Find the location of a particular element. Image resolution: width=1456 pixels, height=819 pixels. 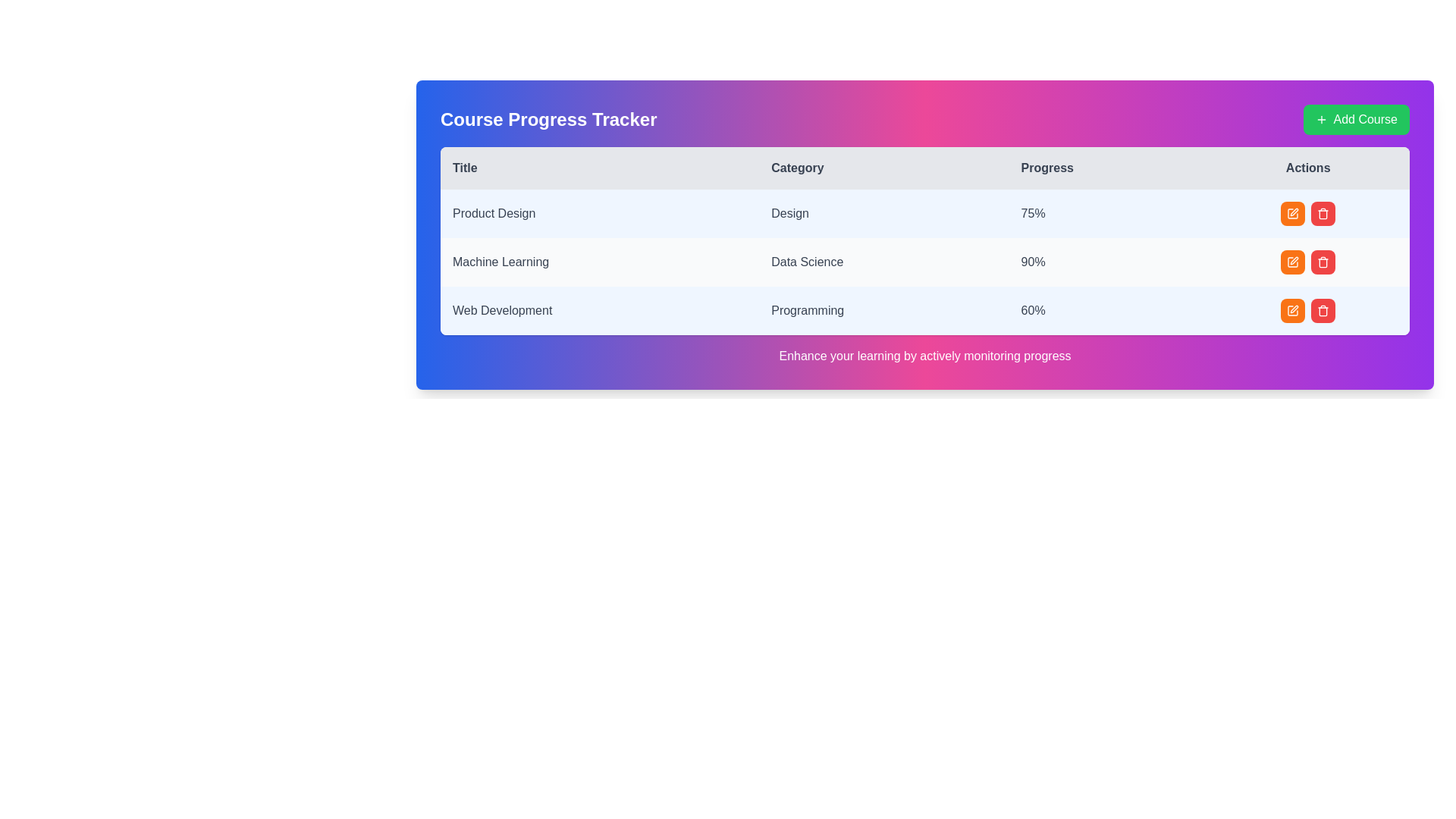

the red delete button with a trash can icon, located in the last row of the actions column under the 'Web Development' section is located at coordinates (1323, 309).